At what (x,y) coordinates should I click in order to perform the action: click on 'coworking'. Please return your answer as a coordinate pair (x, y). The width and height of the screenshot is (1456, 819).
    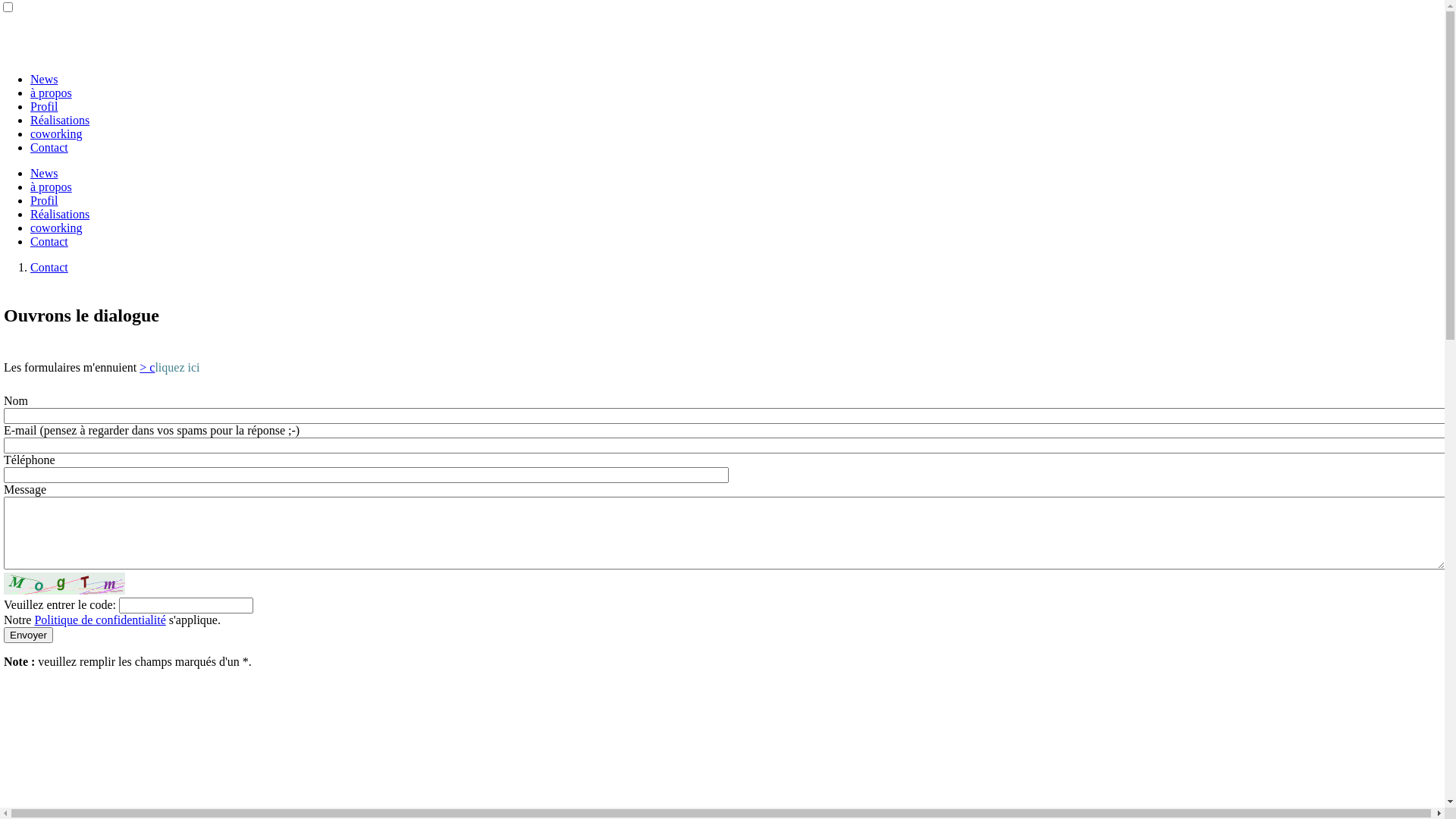
    Looking at the image, I should click on (55, 133).